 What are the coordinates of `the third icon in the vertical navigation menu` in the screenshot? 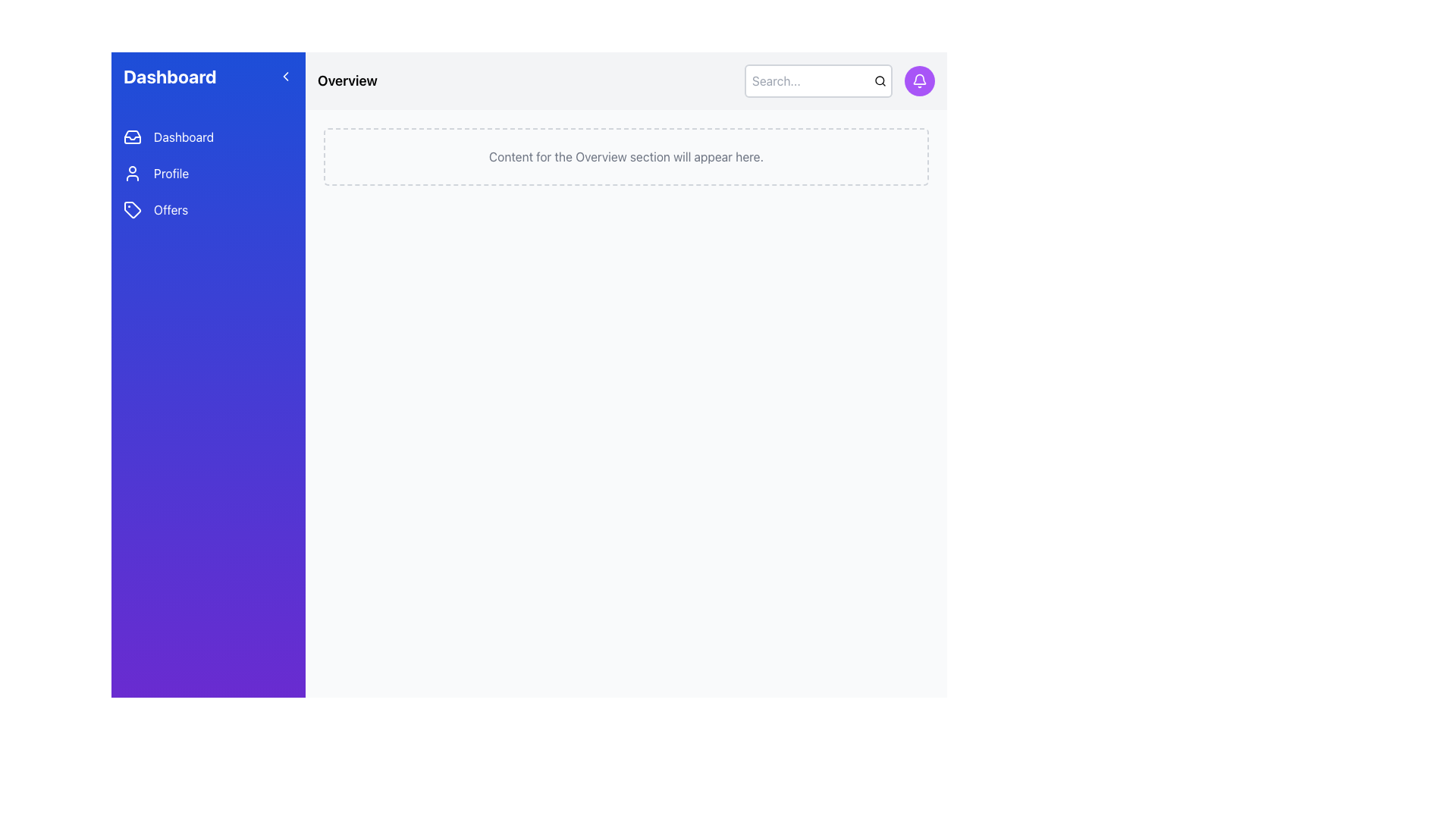 It's located at (132, 210).